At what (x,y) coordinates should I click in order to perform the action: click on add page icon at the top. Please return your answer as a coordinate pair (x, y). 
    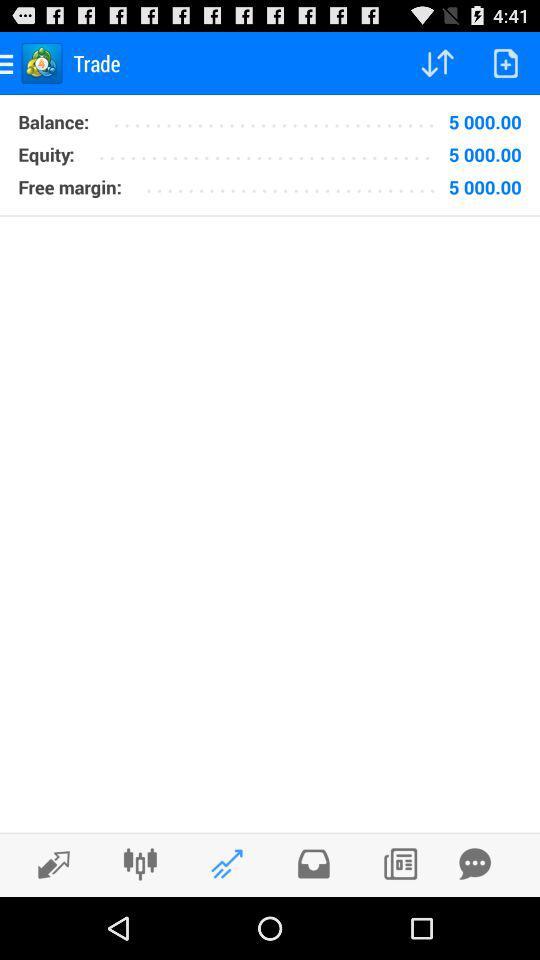
    Looking at the image, I should click on (504, 62).